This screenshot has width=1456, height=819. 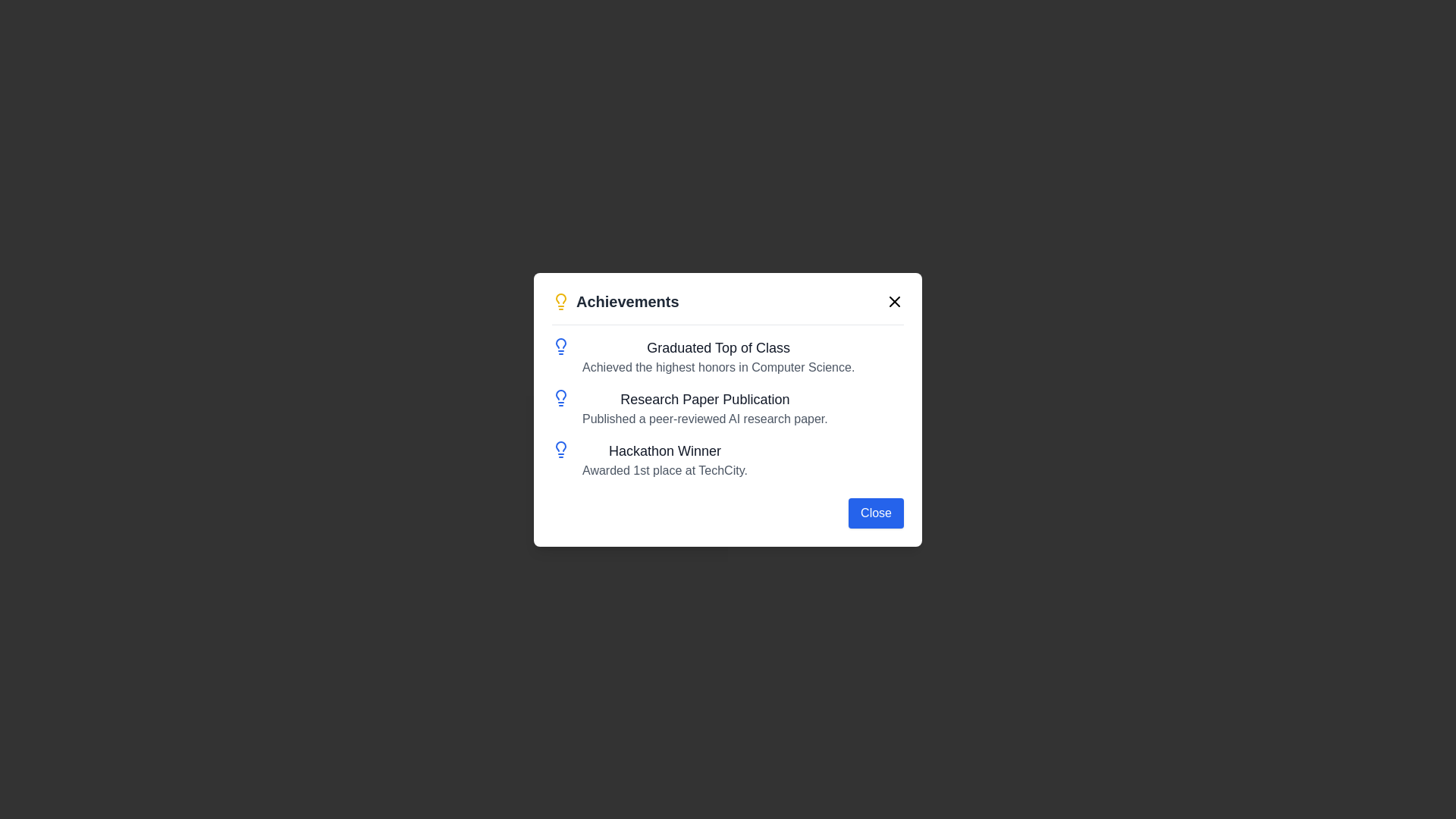 I want to click on the first lightbulb icon in the left column of icons within the achievements dialog, which visually indicates the type of entry for 'Graduated Top of Class', so click(x=560, y=394).